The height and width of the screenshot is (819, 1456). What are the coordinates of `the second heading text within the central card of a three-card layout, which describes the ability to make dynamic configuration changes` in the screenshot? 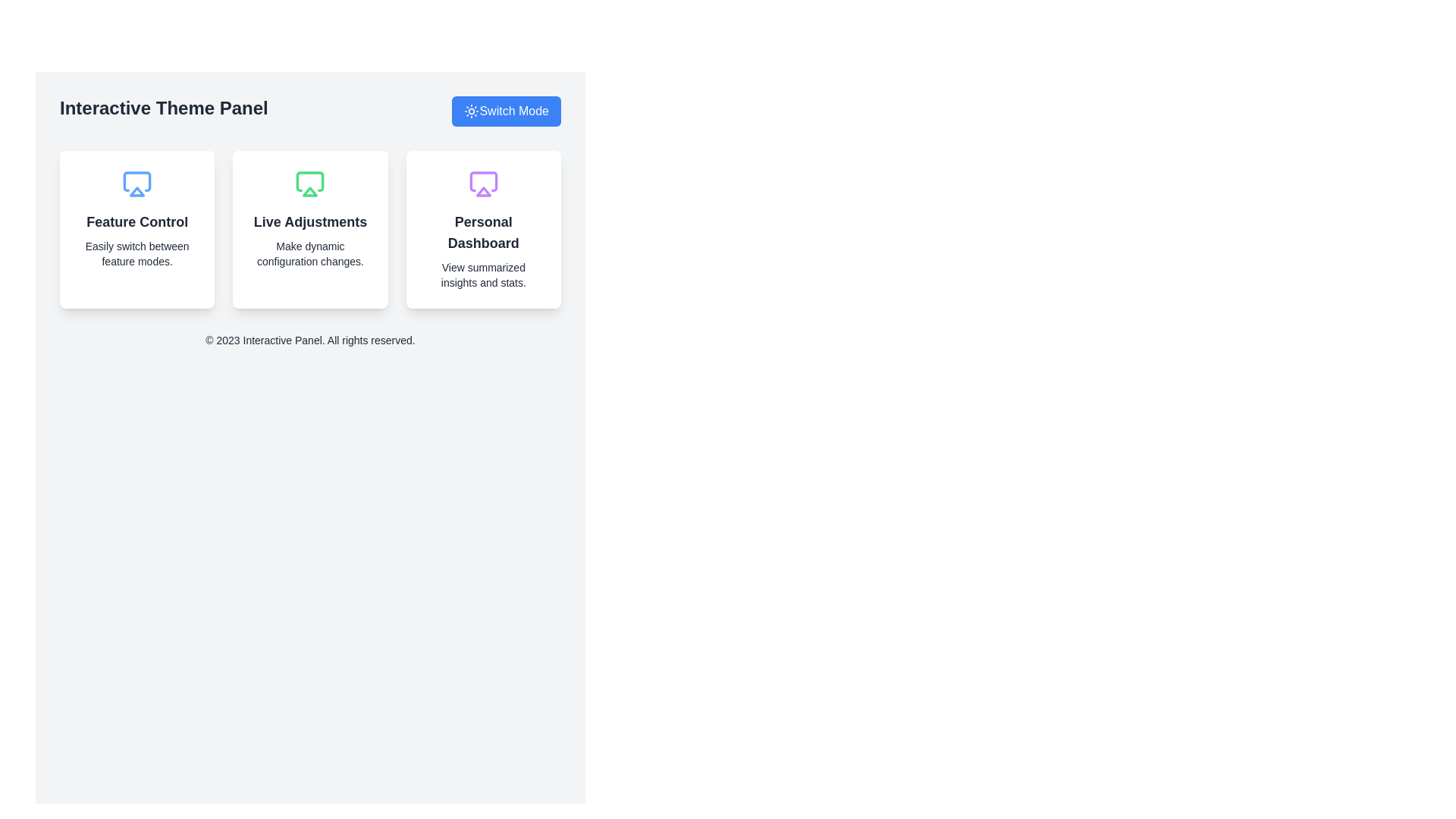 It's located at (309, 222).